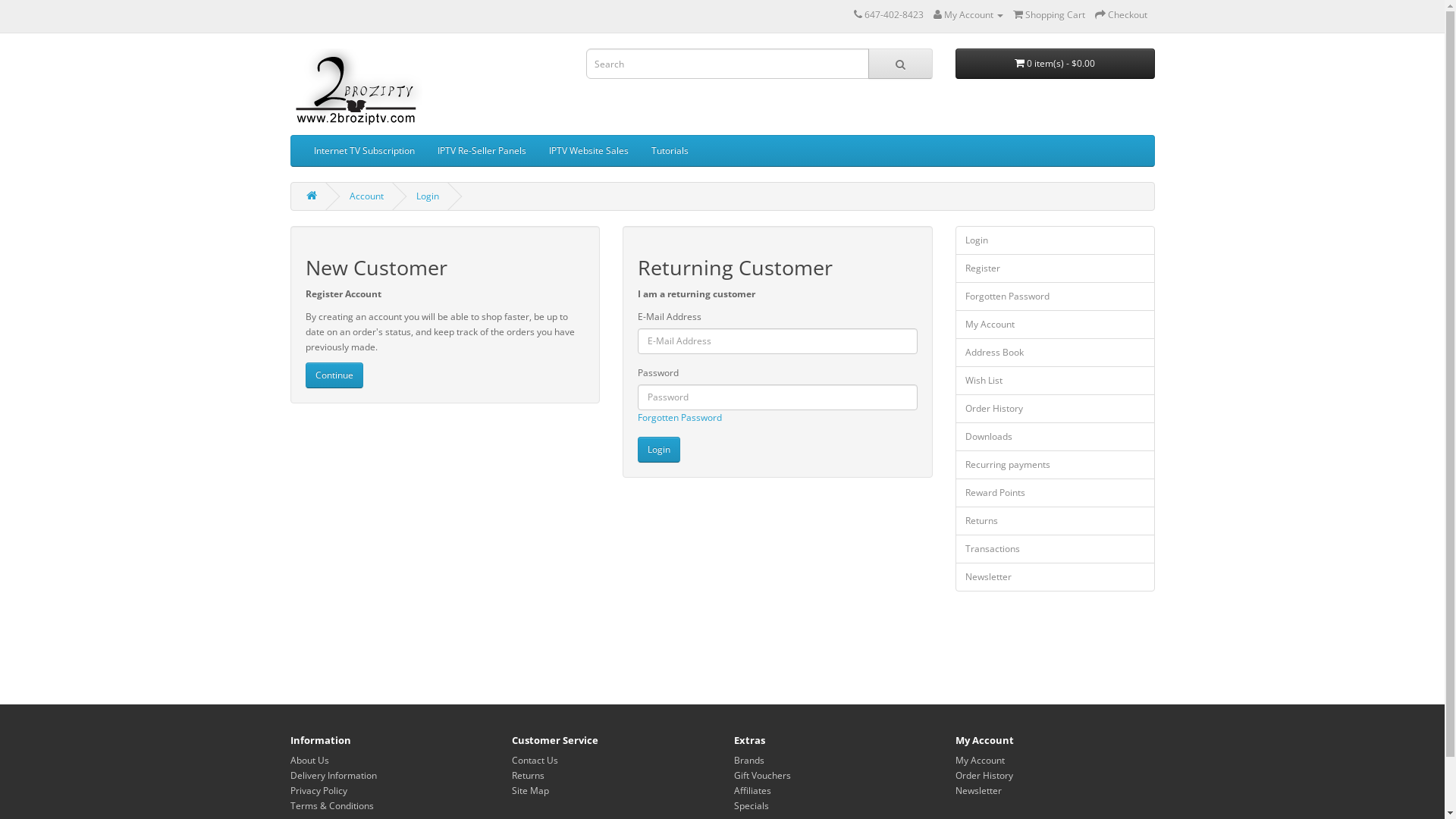  Describe the element at coordinates (481, 151) in the screenshot. I see `'IPTV Re-Seller Panels'` at that location.